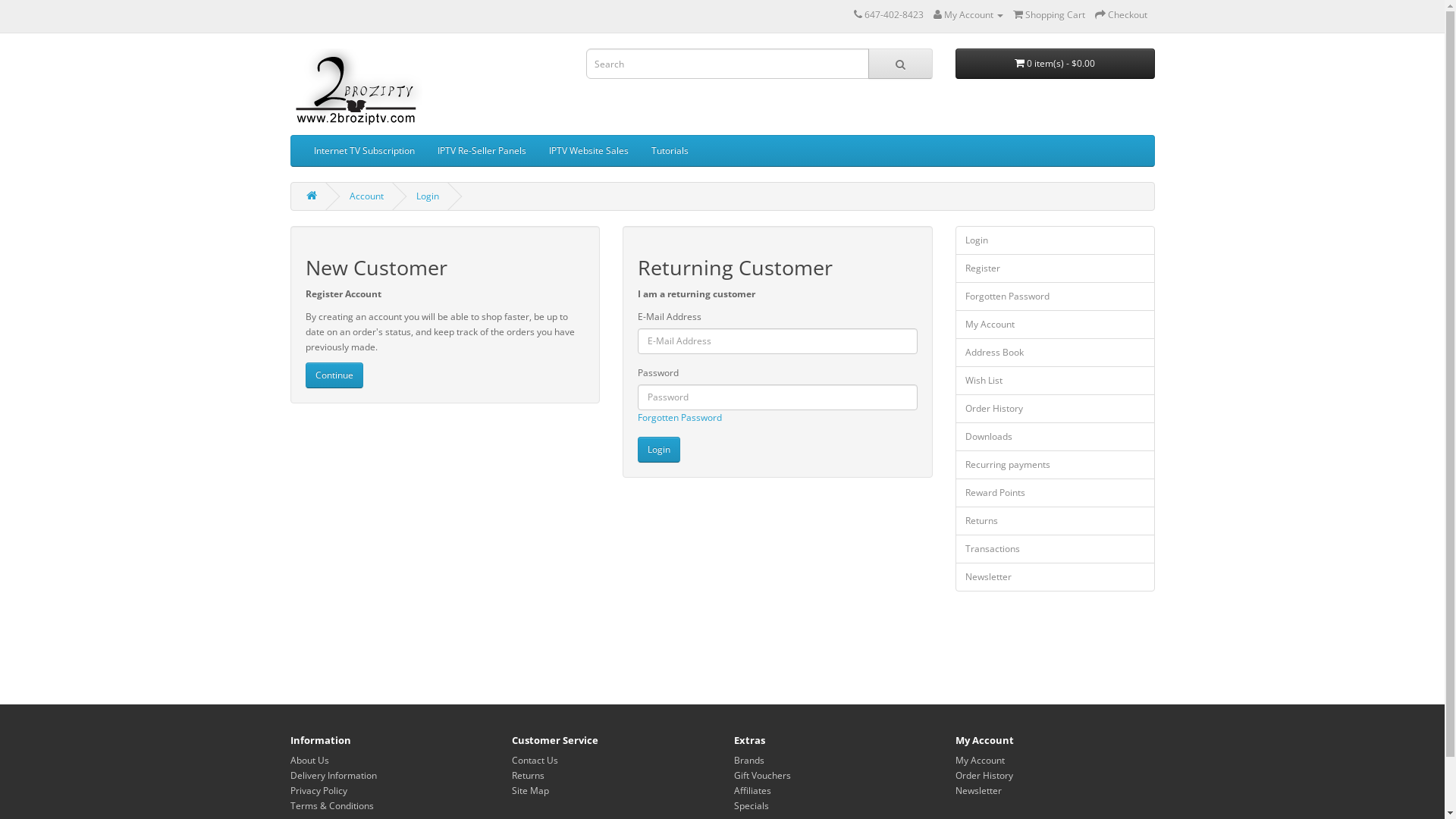  Describe the element at coordinates (481, 151) in the screenshot. I see `'IPTV Re-Seller Panels'` at that location.